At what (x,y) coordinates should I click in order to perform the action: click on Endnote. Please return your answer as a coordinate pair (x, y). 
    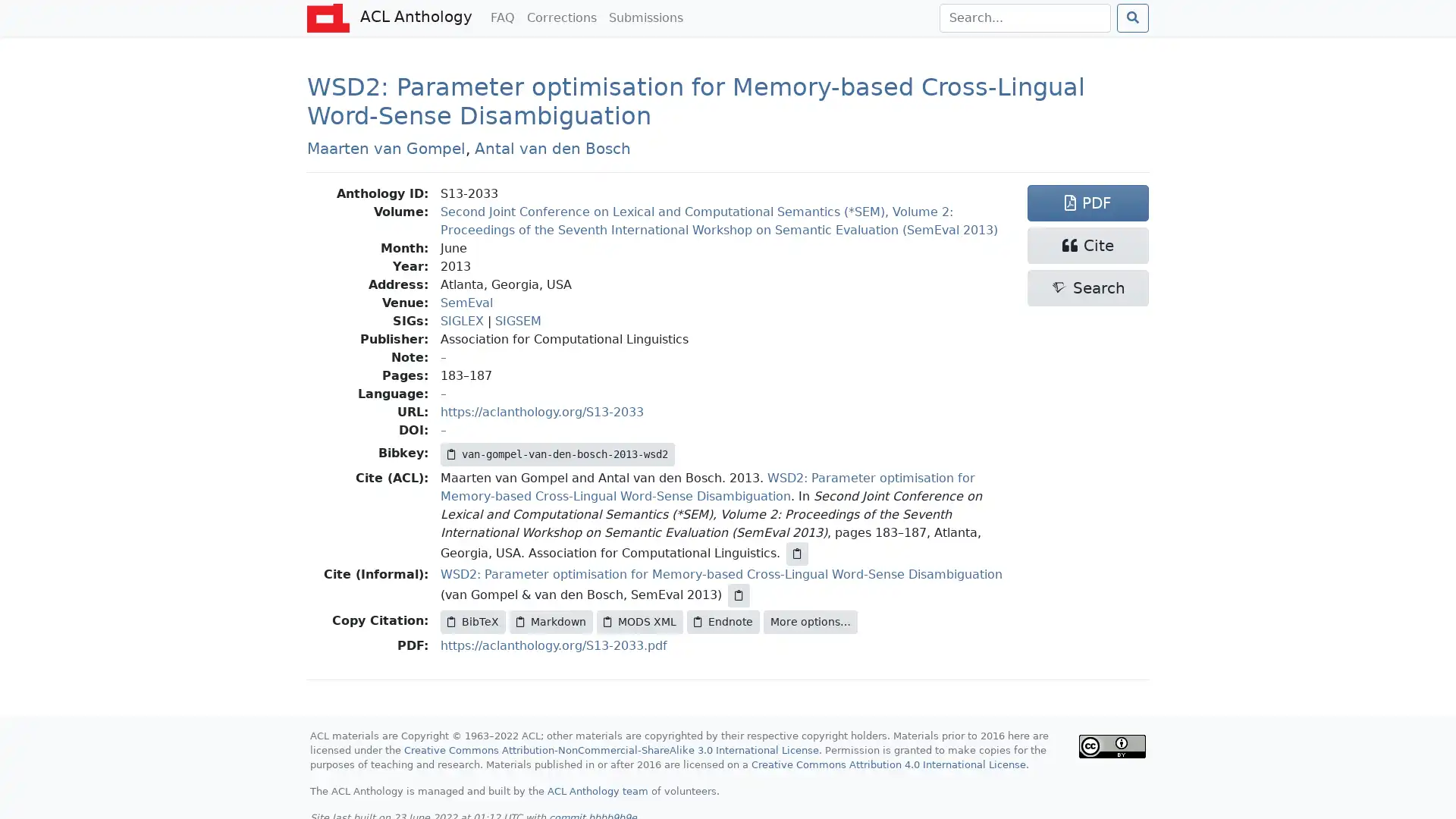
    Looking at the image, I should click on (723, 621).